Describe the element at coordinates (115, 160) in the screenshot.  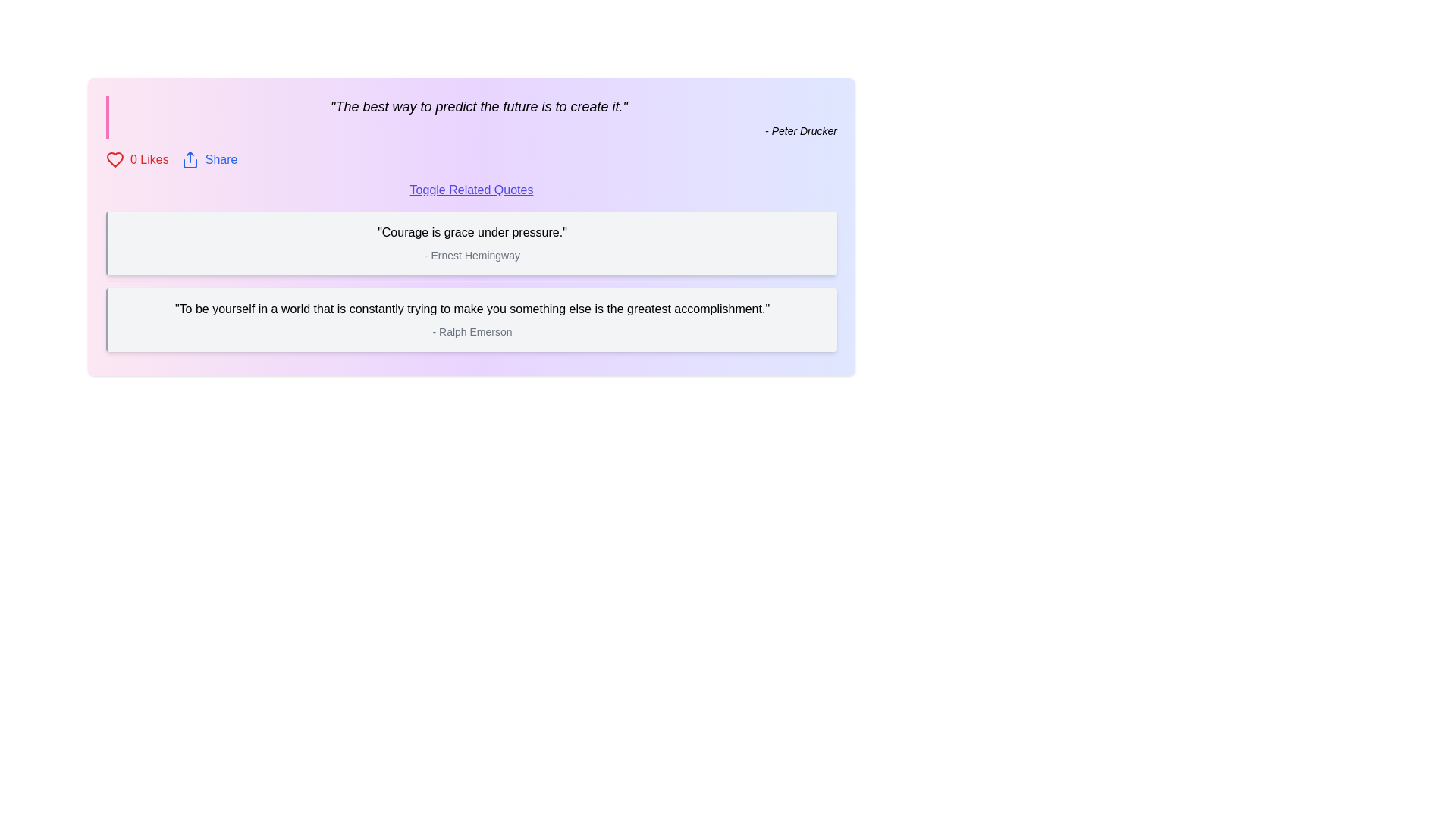
I see `the heart icon, which symbolizes the ability to like or favorite the represented content, located to the left of the '0 Likes' text` at that location.